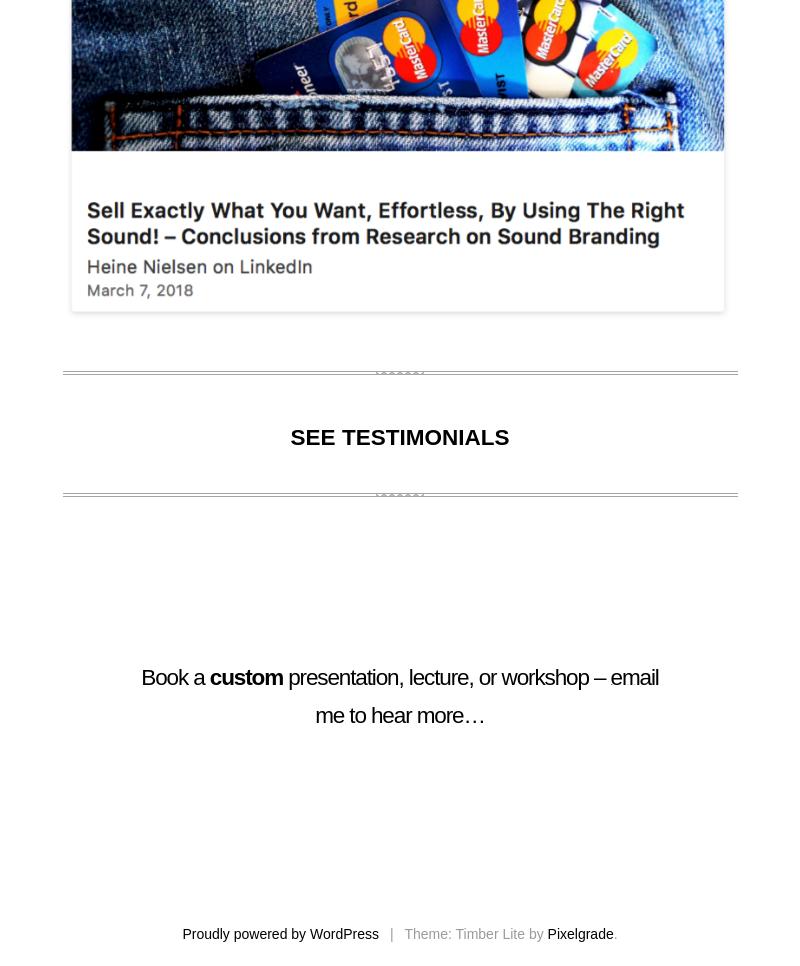 Image resolution: width=800 pixels, height=966 pixels. What do you see at coordinates (445, 677) in the screenshot?
I see `'presentation, lecture, or workshop –'` at bounding box center [445, 677].